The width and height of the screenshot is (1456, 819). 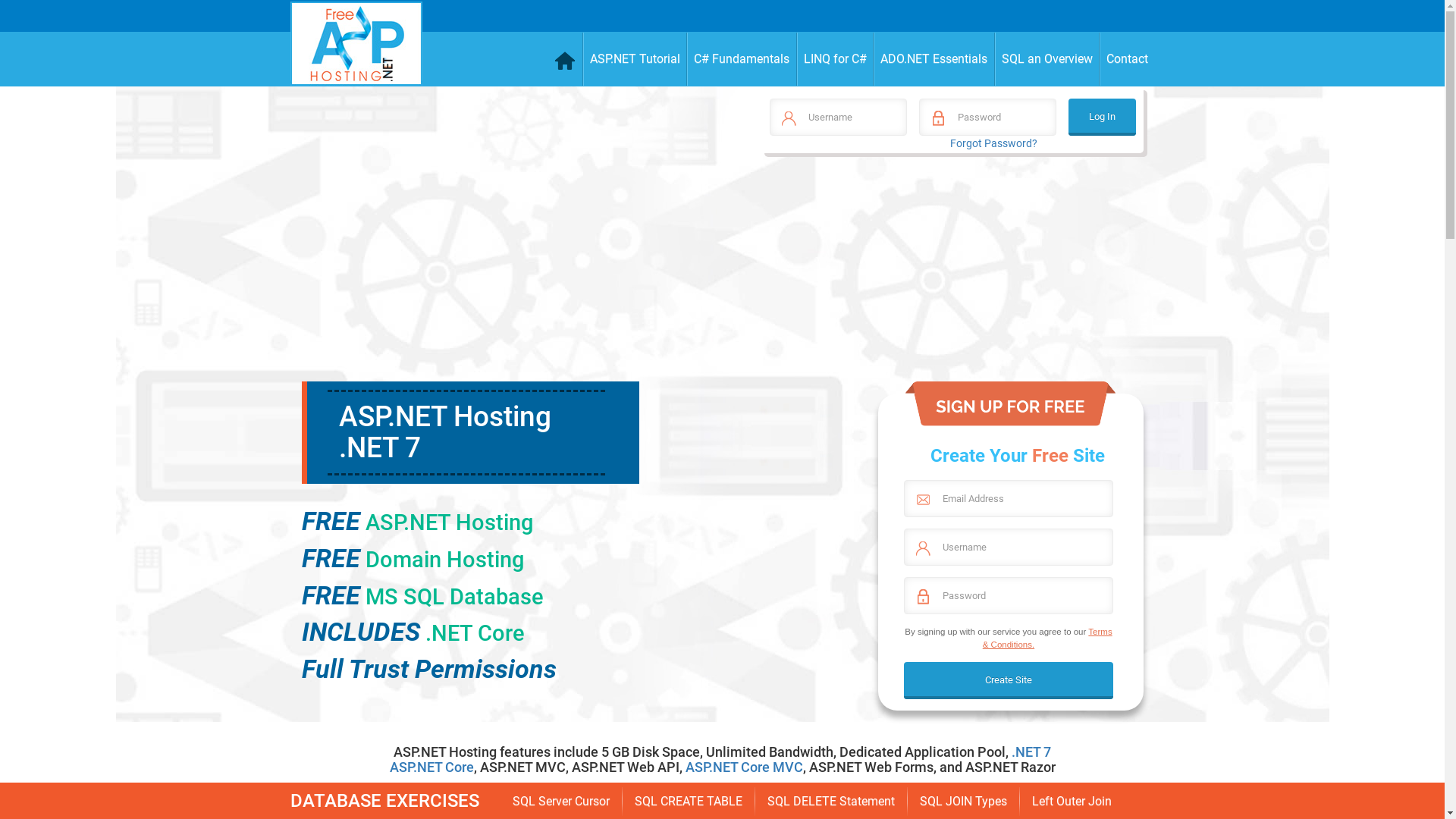 I want to click on 'Log In', so click(x=1068, y=116).